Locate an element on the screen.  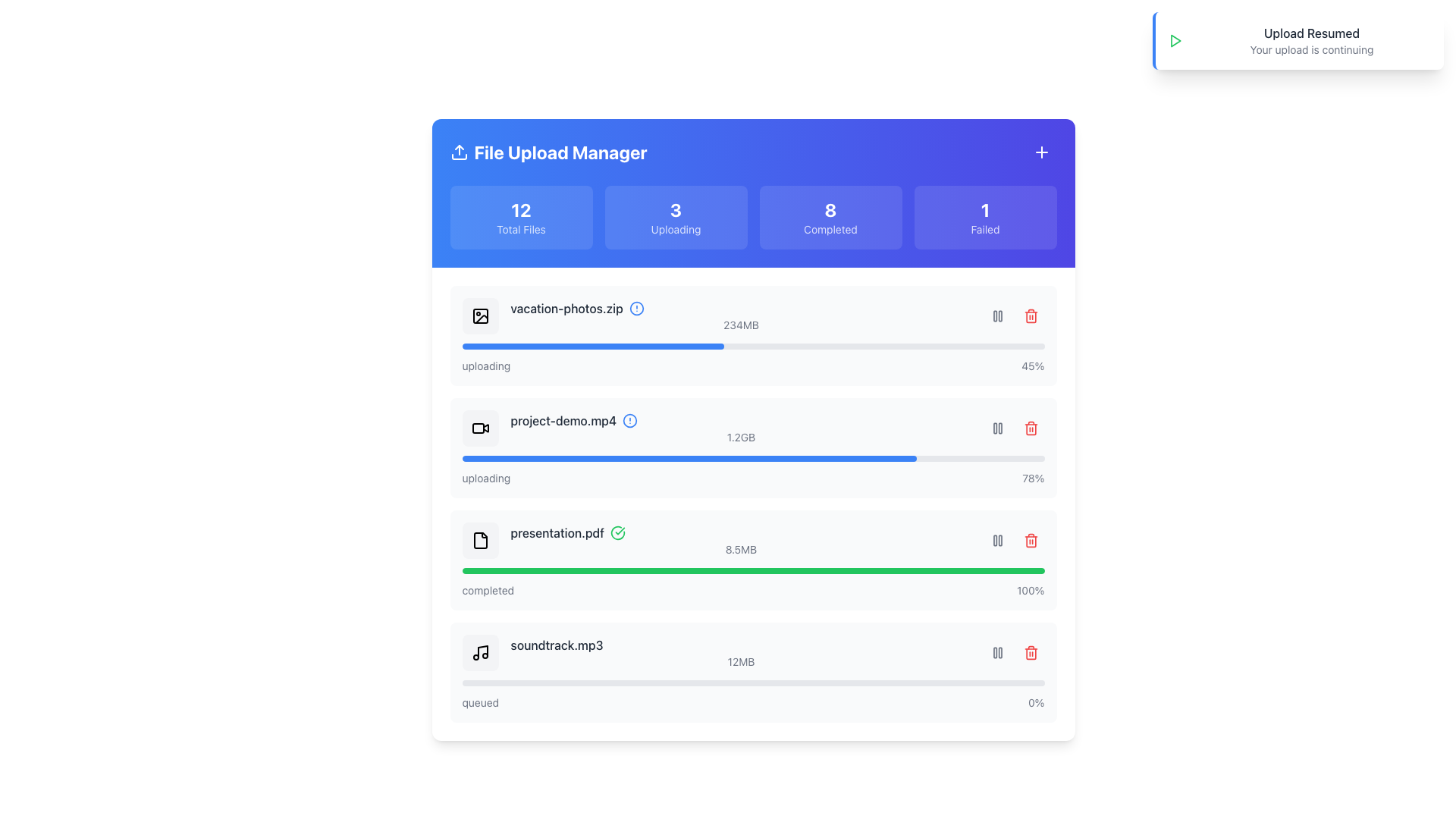
the progress bar is located at coordinates (519, 346).